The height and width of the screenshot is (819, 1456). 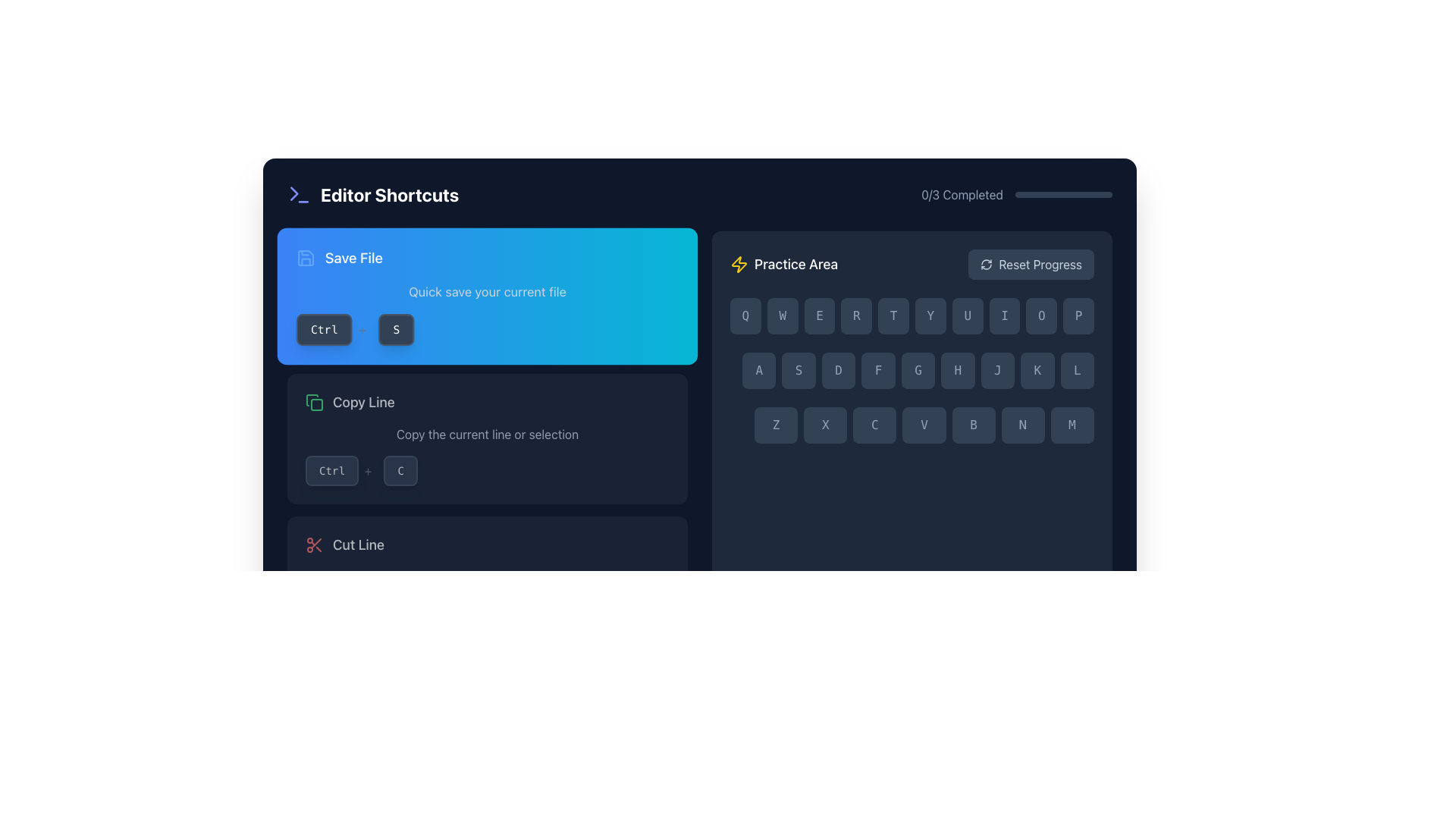 I want to click on the informational label with a green icon resembling overlapping documents and the text label 'Copy Line', located in the left panel under 'Save File' and above 'Cut Line', so click(x=349, y=402).